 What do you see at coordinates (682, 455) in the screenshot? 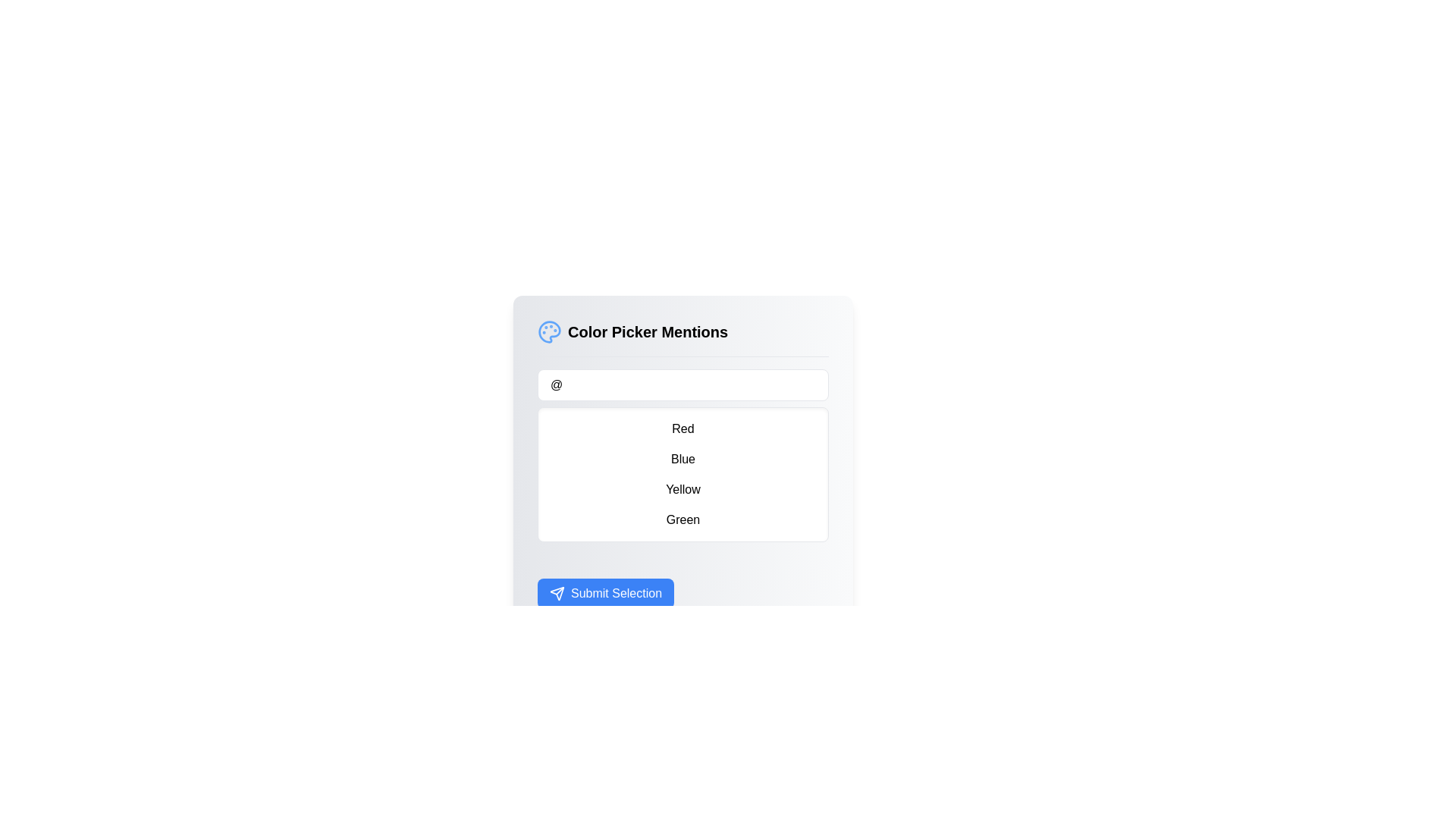
I see `the second color option item labeled 'Blue' in the color selection list` at bounding box center [682, 455].